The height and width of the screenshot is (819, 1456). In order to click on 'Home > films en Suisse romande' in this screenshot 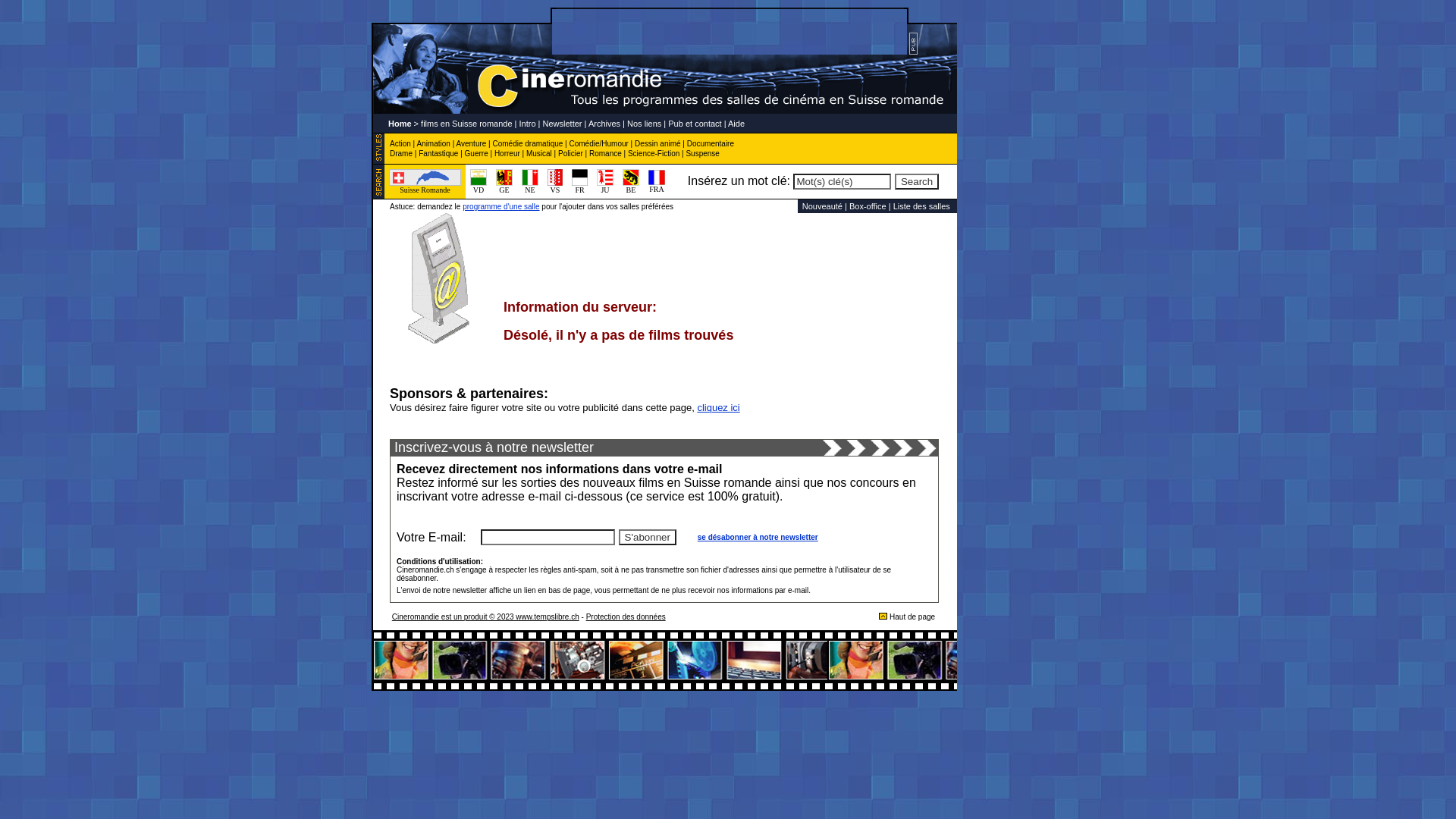, I will do `click(450, 122)`.